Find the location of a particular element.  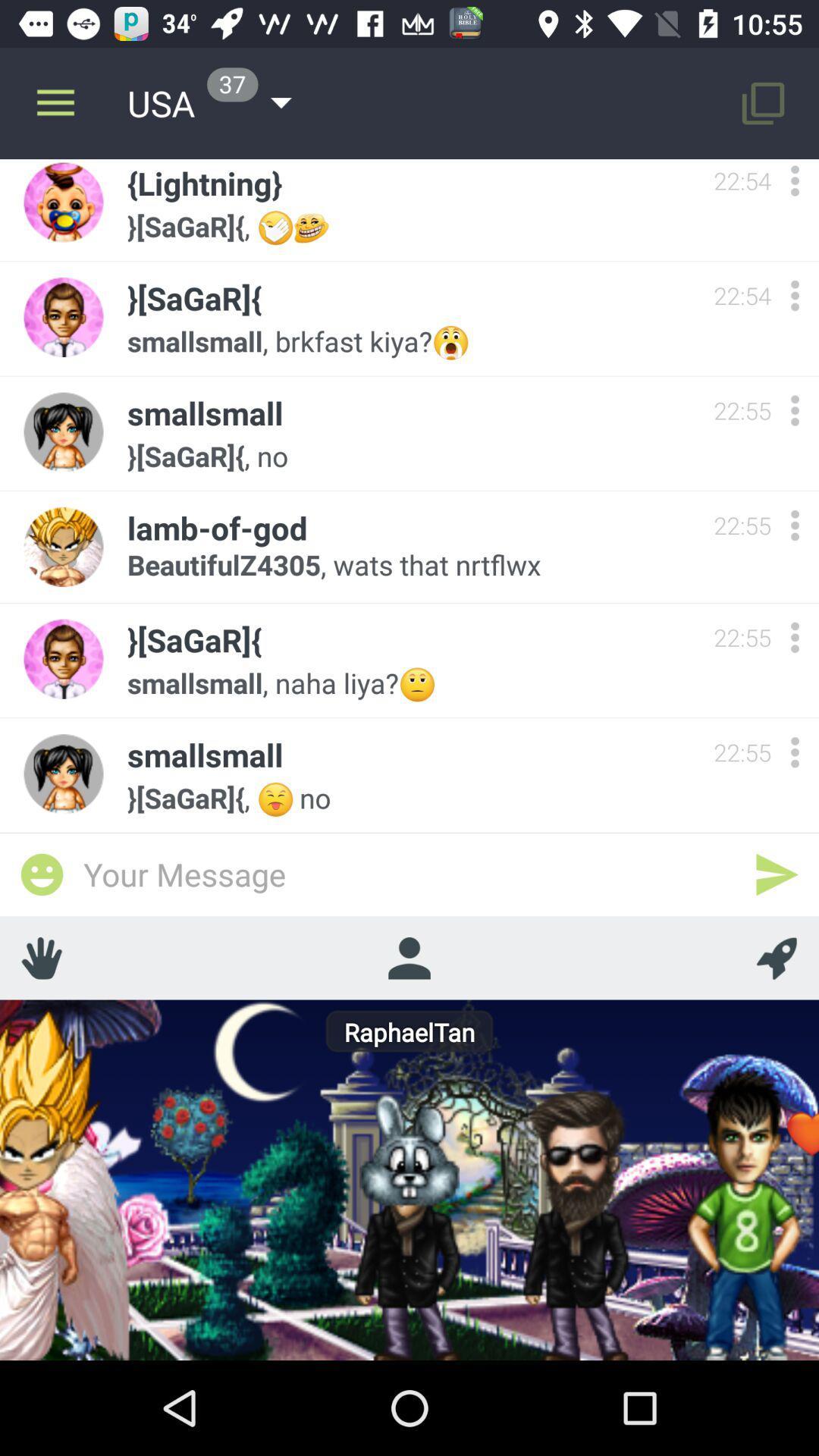

send is located at coordinates (777, 874).